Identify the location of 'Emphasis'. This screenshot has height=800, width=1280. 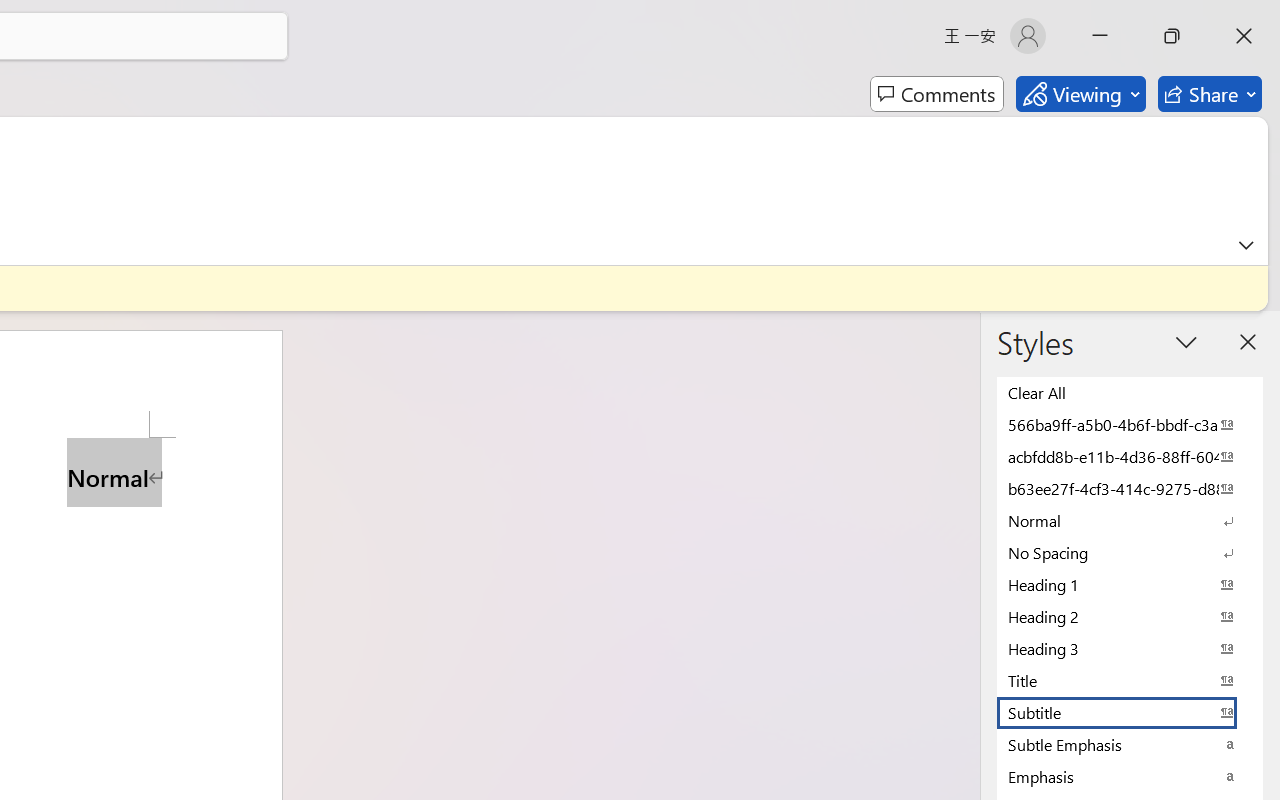
(1130, 775).